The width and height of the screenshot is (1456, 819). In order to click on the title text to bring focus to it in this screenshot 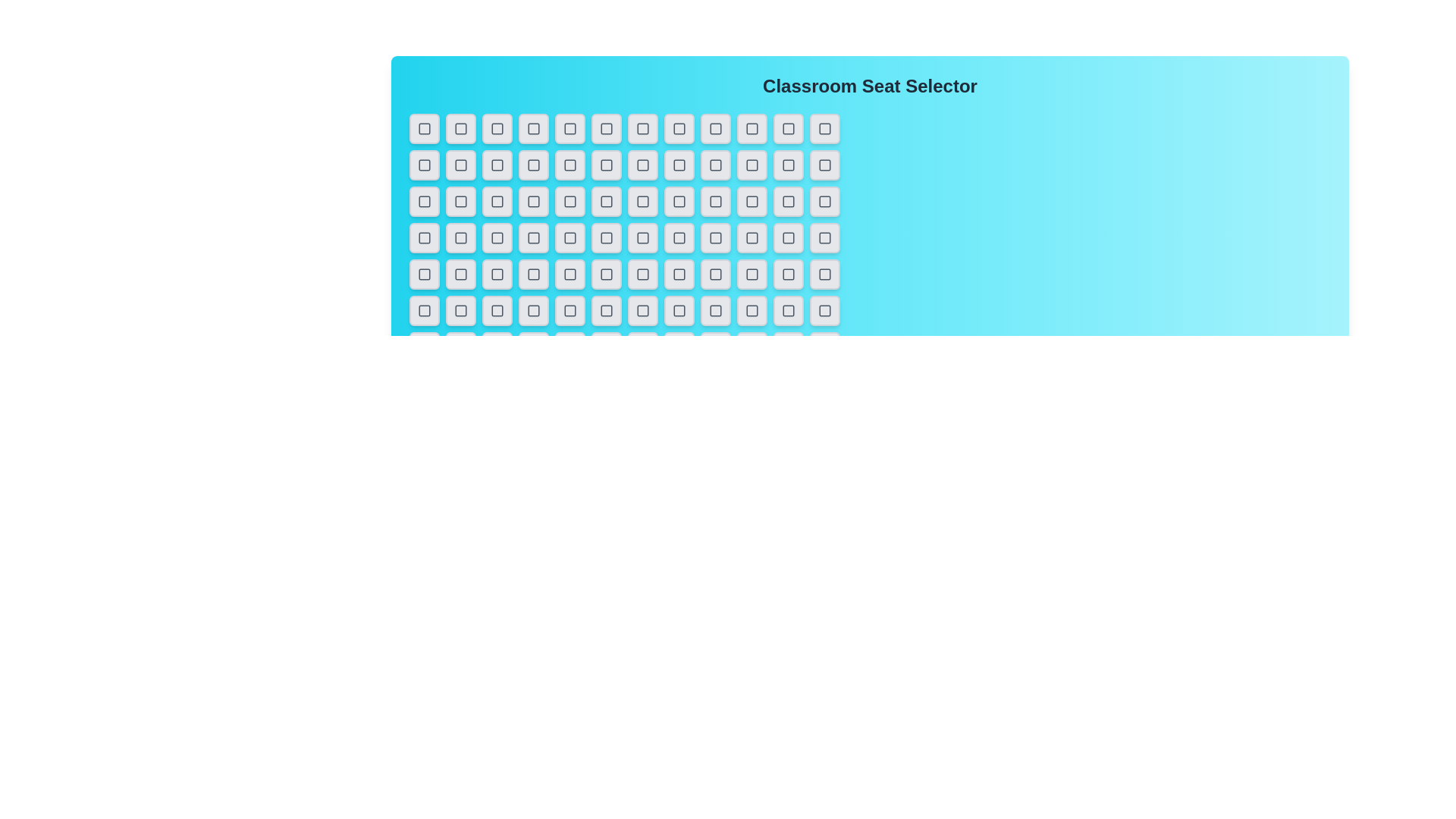, I will do `click(870, 86)`.